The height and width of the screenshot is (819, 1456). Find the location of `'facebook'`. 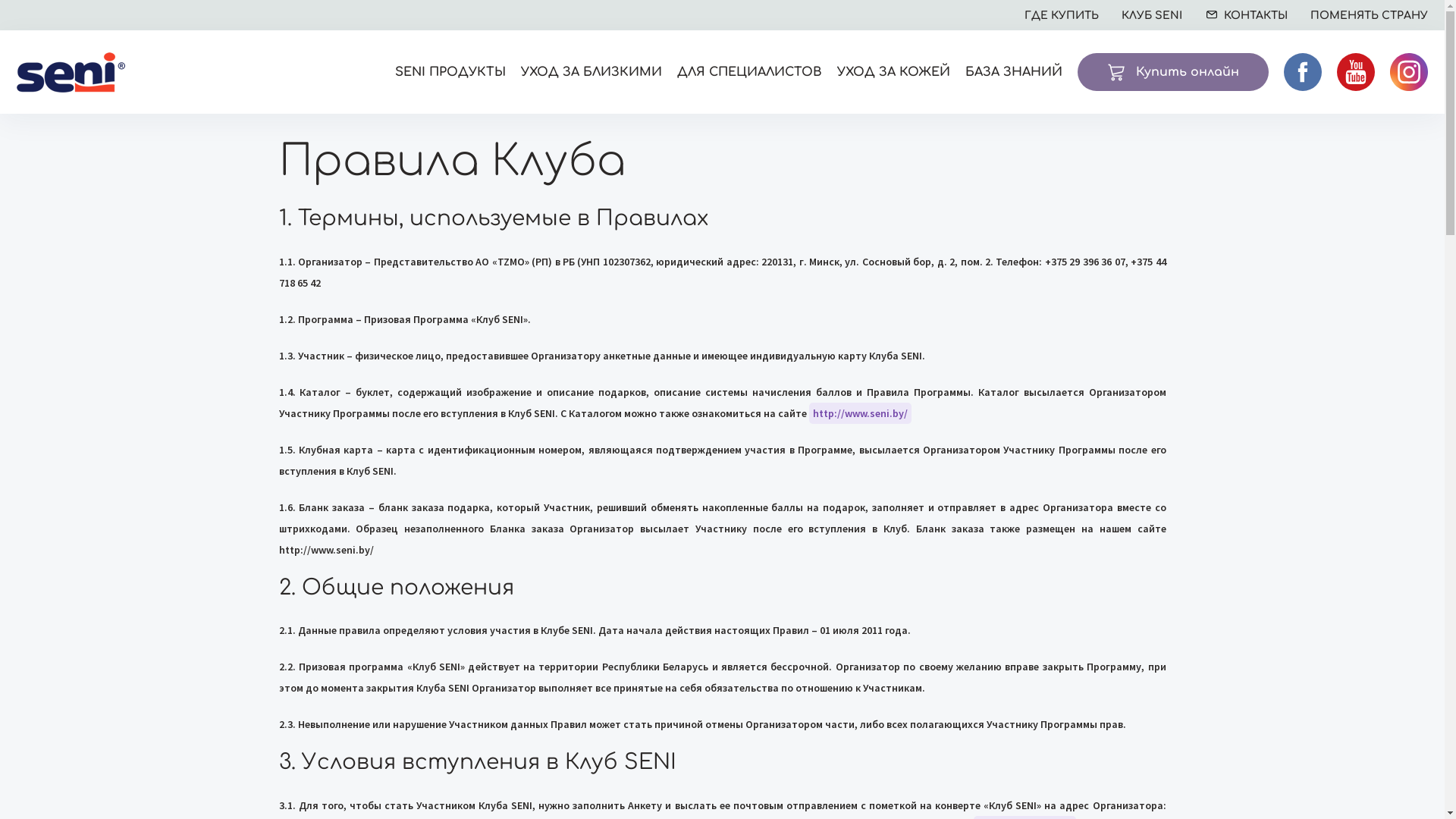

'facebook' is located at coordinates (1302, 72).